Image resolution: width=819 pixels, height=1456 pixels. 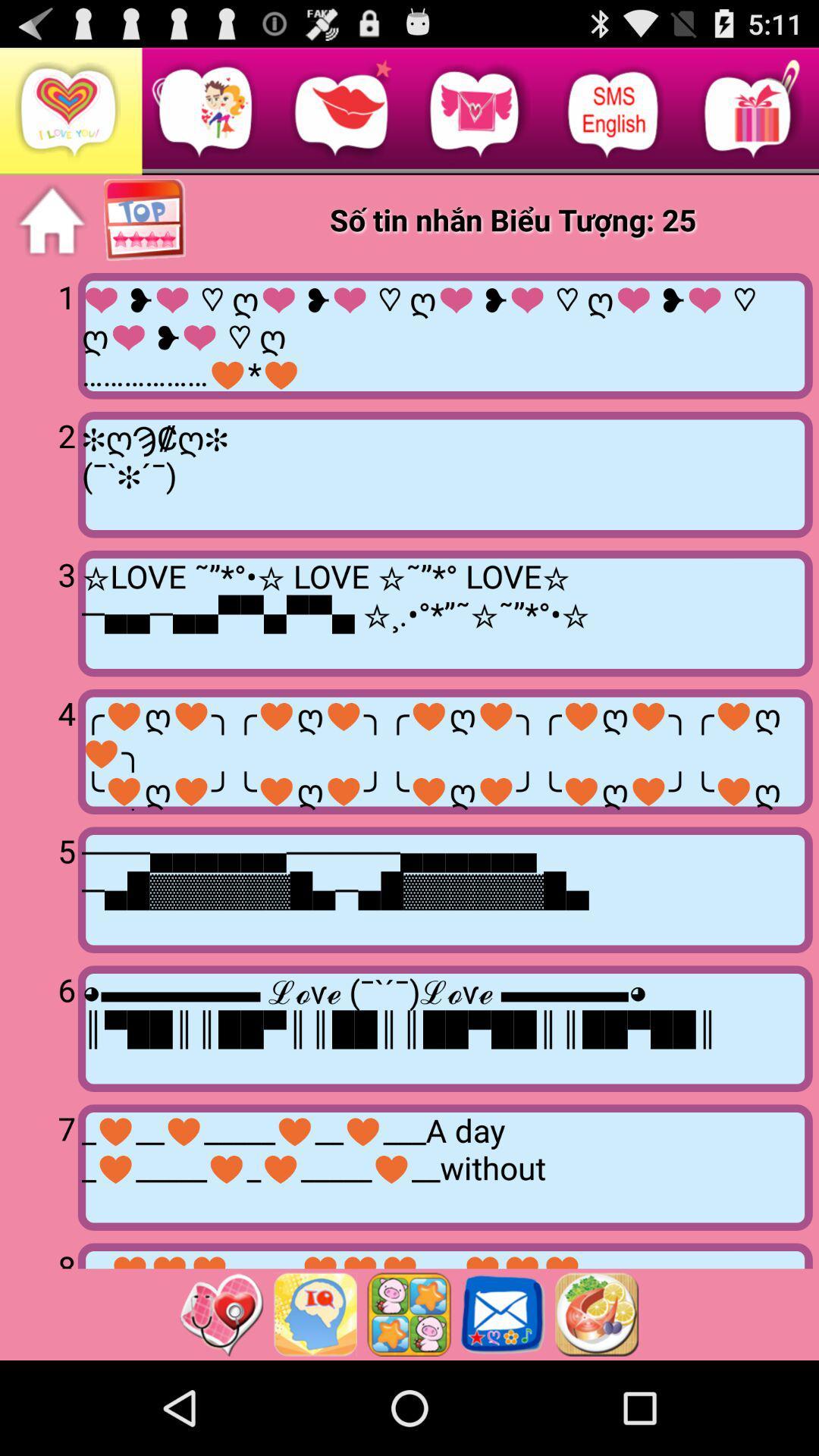 What do you see at coordinates (408, 1313) in the screenshot?
I see `app below __ _____ ___ item` at bounding box center [408, 1313].